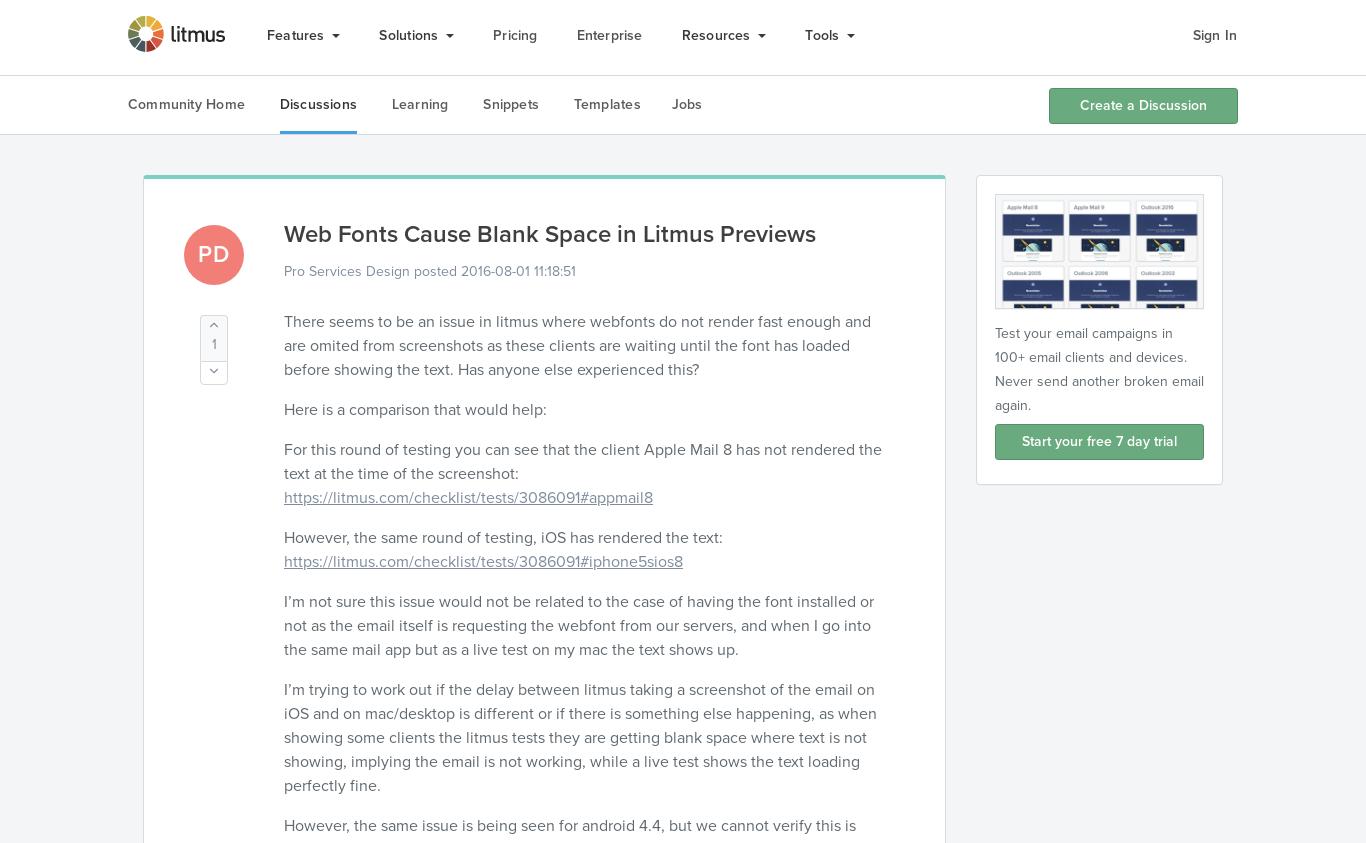 The image size is (1366, 843). I want to click on 'Web Fonts Cause Blank Space in Litmus Previews', so click(549, 234).